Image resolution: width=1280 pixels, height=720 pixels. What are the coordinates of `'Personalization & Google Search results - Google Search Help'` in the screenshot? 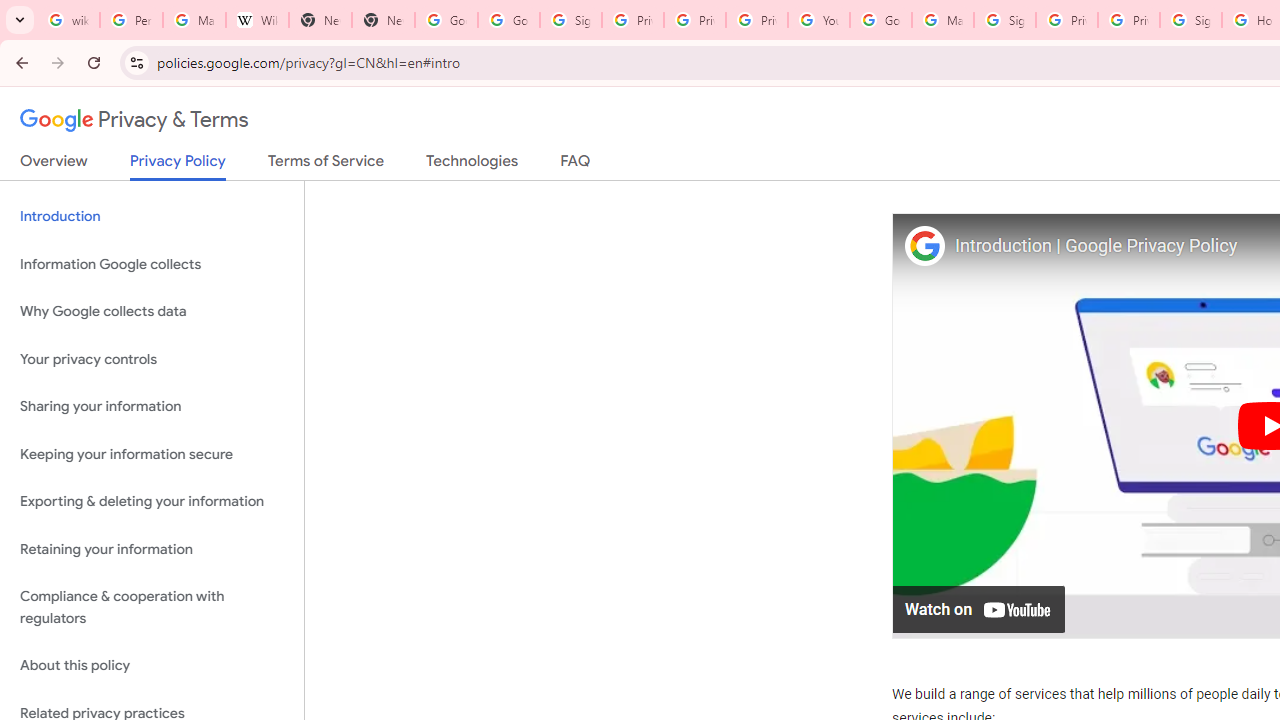 It's located at (130, 20).